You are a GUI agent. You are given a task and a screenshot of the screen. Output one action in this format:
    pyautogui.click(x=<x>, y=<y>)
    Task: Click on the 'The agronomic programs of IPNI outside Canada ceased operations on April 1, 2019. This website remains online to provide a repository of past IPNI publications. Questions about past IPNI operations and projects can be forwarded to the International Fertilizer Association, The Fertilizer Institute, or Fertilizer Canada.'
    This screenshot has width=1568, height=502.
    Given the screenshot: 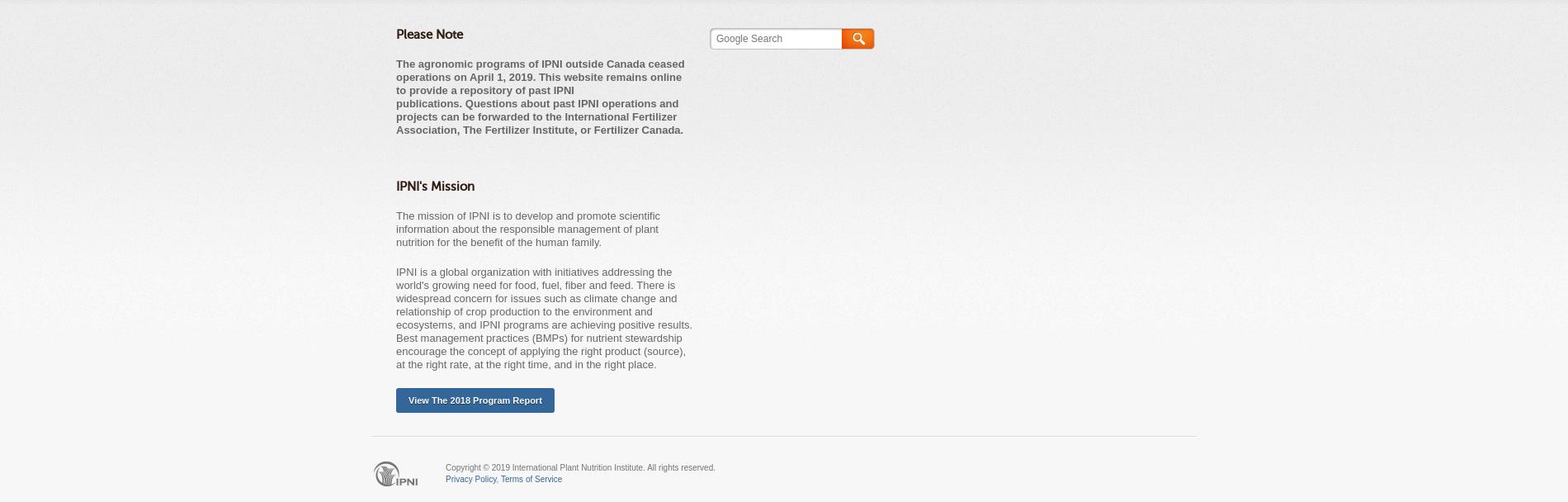 What is the action you would take?
    pyautogui.click(x=540, y=96)
    